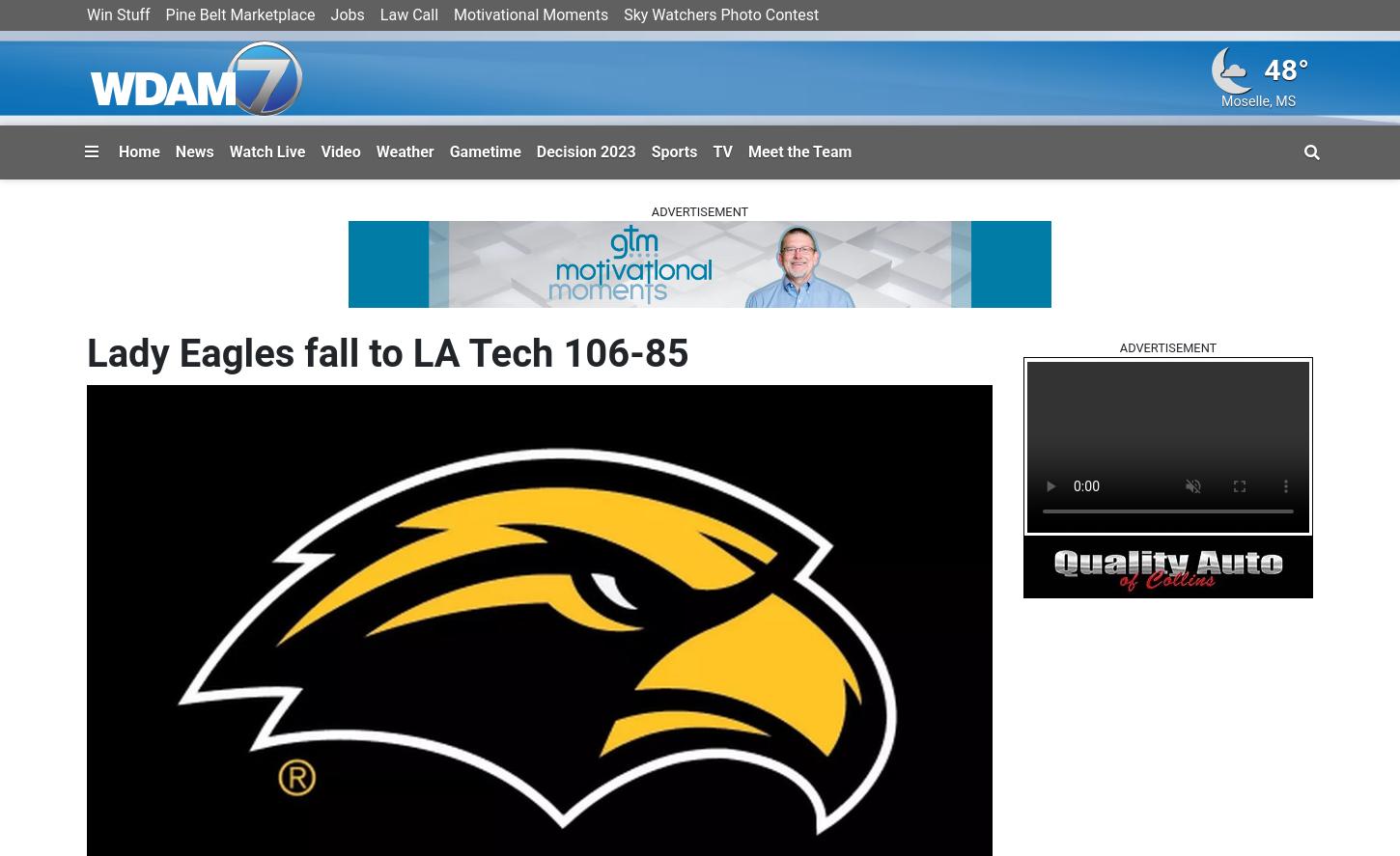 The image size is (1400, 856). I want to click on 'Law Call', so click(407, 14).